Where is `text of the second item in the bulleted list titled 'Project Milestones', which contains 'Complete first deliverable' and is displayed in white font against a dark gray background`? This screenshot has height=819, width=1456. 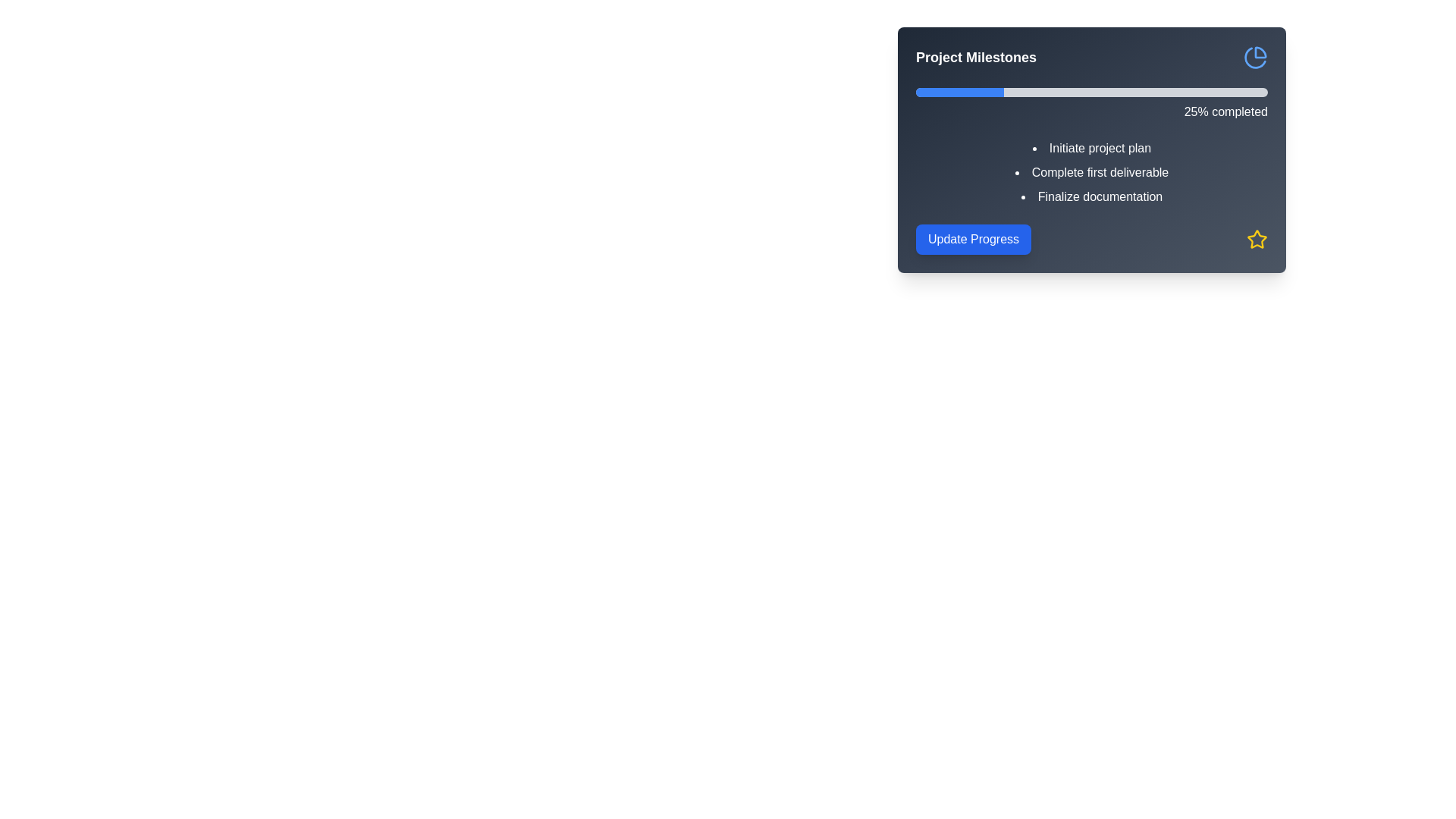 text of the second item in the bulleted list titled 'Project Milestones', which contains 'Complete first deliverable' and is displayed in white font against a dark gray background is located at coordinates (1092, 171).